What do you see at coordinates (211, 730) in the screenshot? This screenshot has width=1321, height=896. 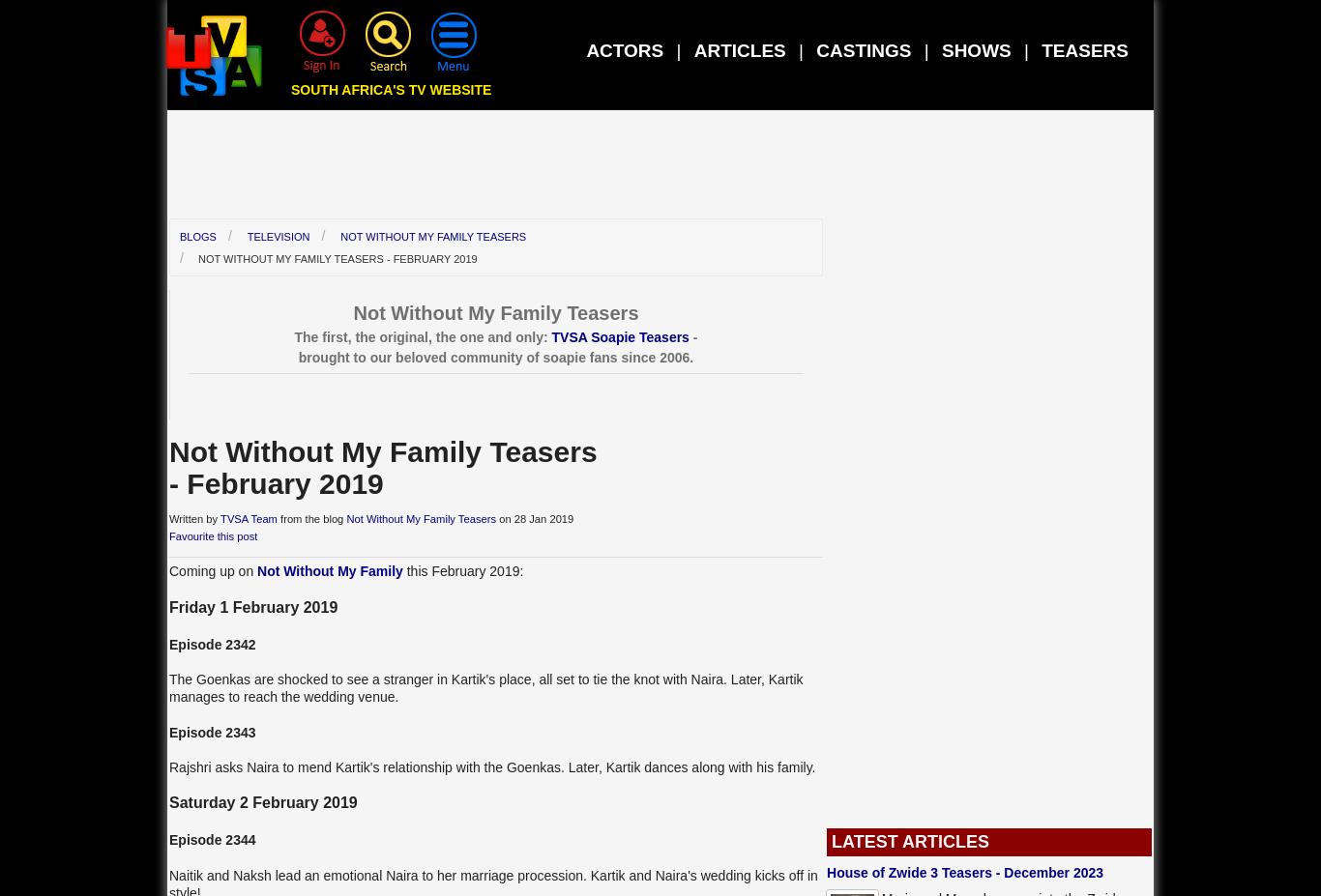 I see `'Episode 2343'` at bounding box center [211, 730].